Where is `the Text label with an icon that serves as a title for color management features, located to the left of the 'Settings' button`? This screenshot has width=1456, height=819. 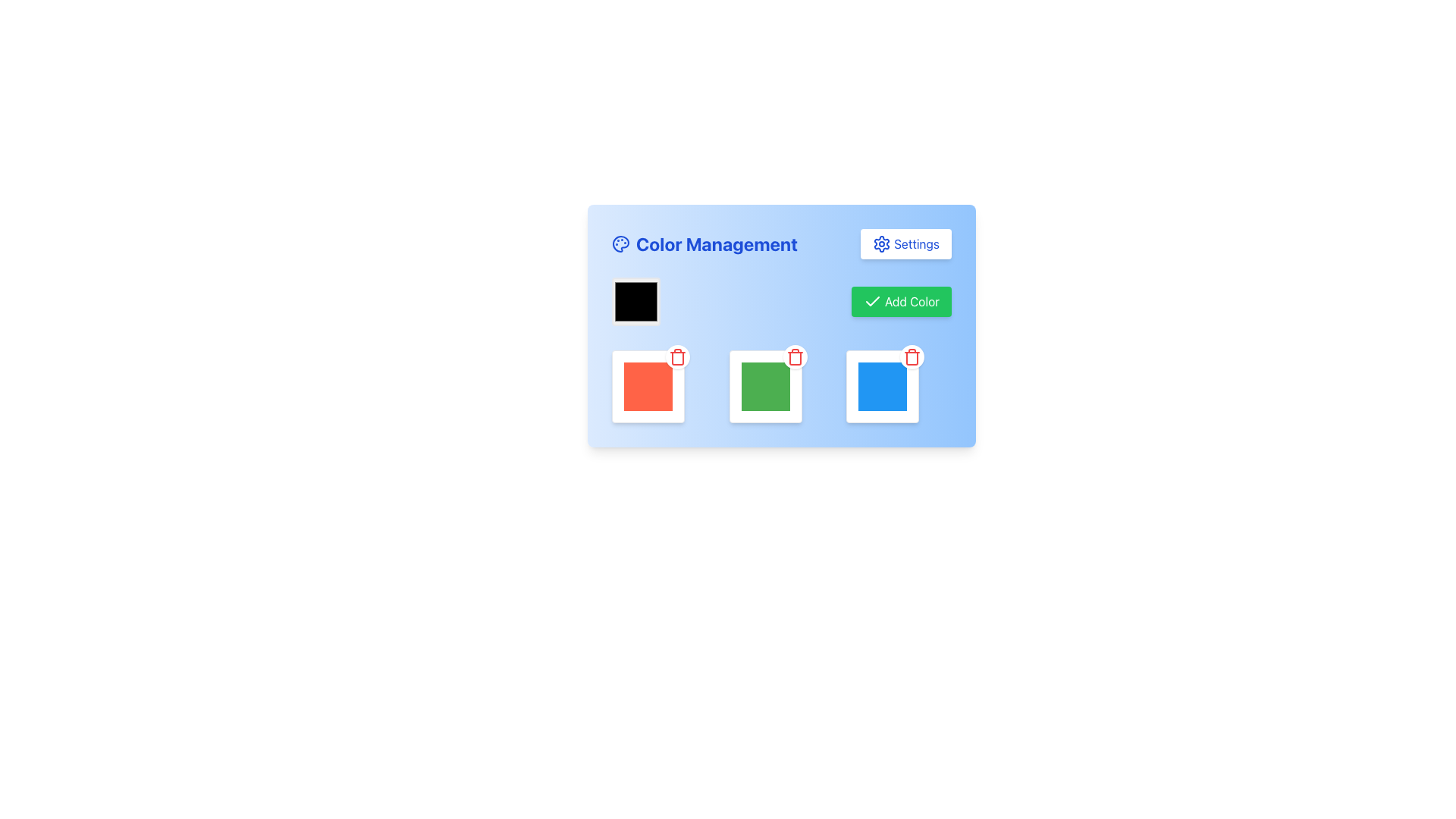 the Text label with an icon that serves as a title for color management features, located to the left of the 'Settings' button is located at coordinates (704, 243).